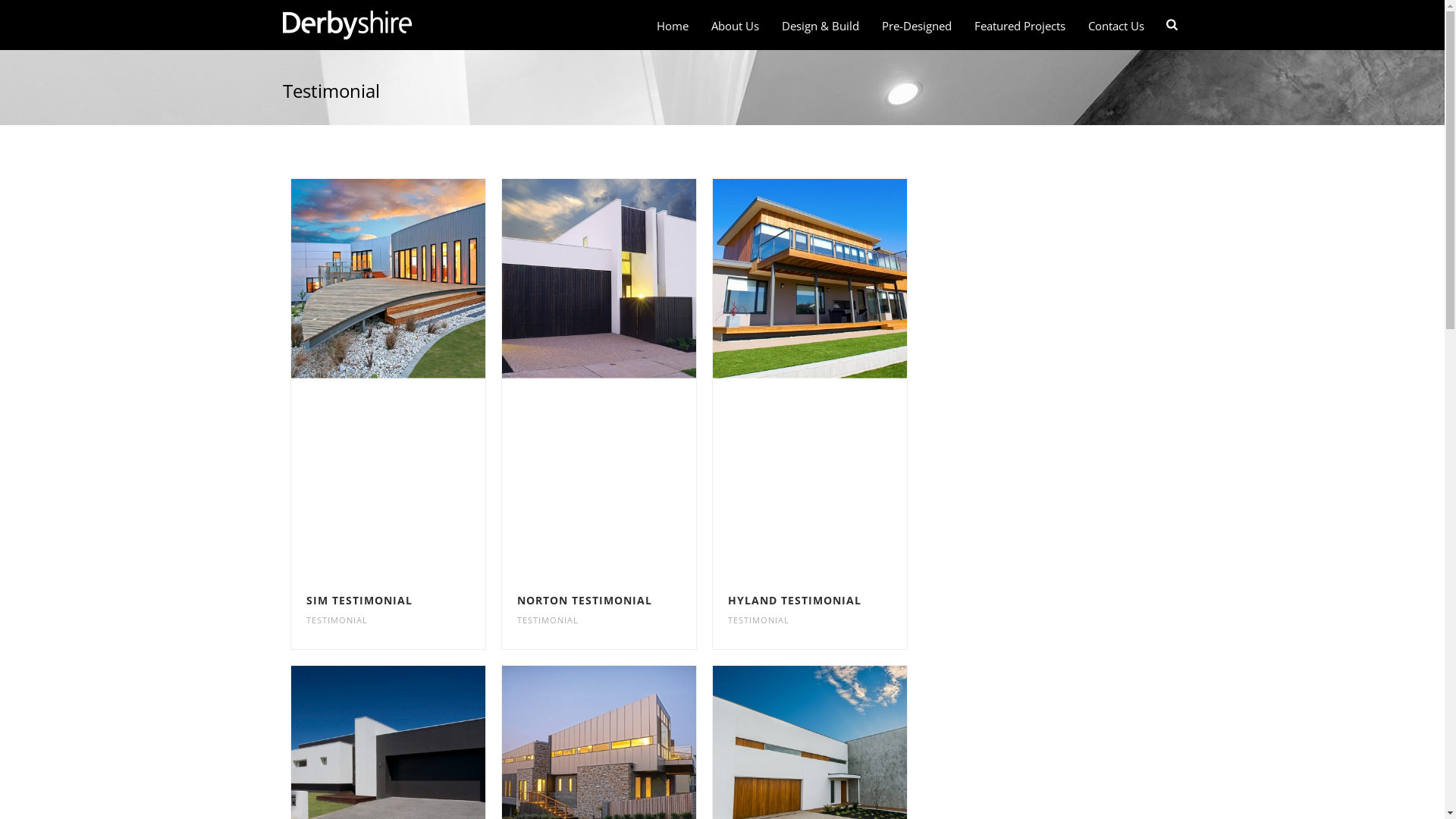 Image resolution: width=1456 pixels, height=819 pixels. What do you see at coordinates (1116, 26) in the screenshot?
I see `'Contact Us'` at bounding box center [1116, 26].